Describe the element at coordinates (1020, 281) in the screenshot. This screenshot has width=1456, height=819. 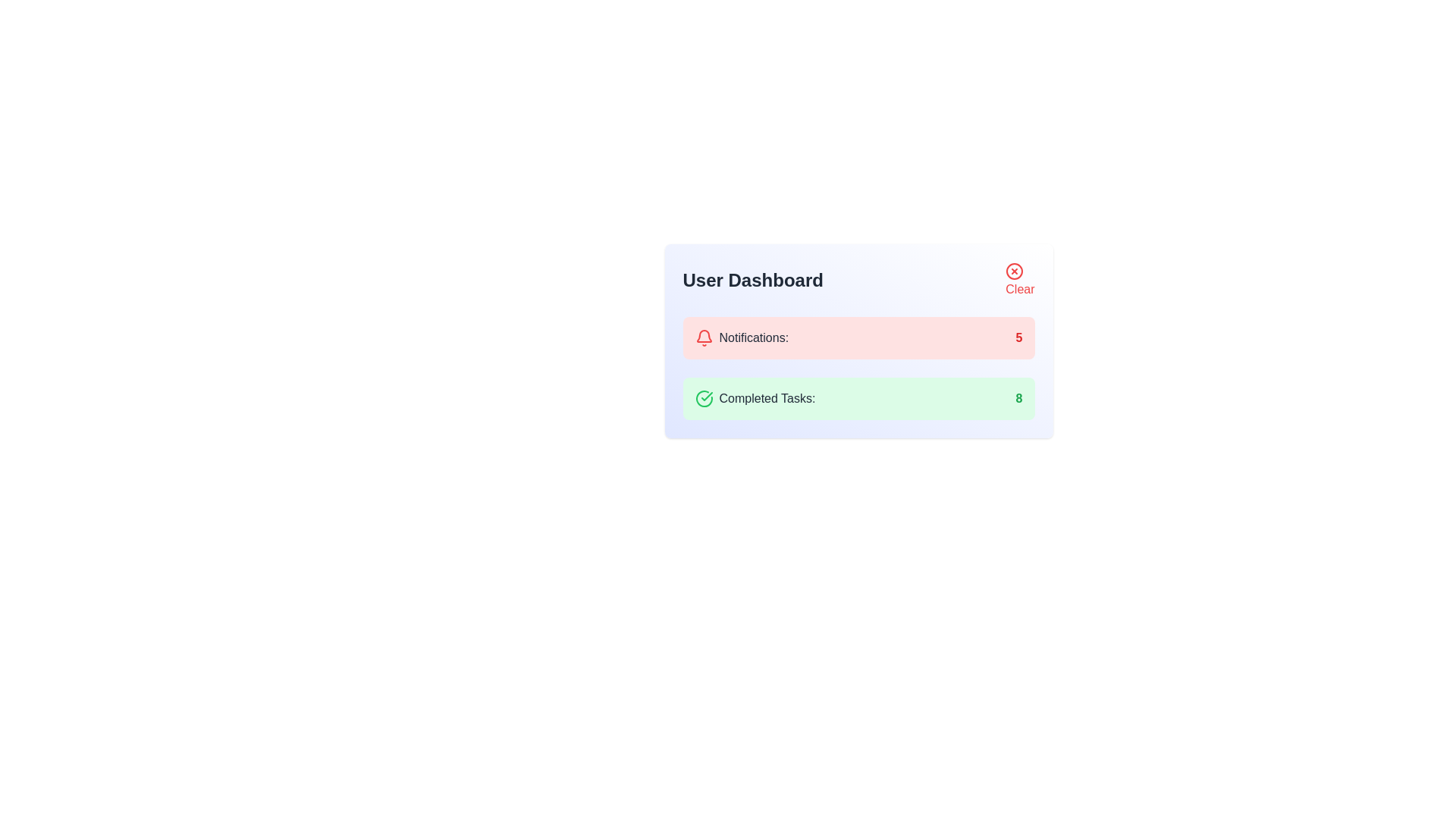
I see `the 'Clear' button, which is a small red text label located below a circular icon with an 'X' in the top-right corner of the 'User Dashboard'` at that location.